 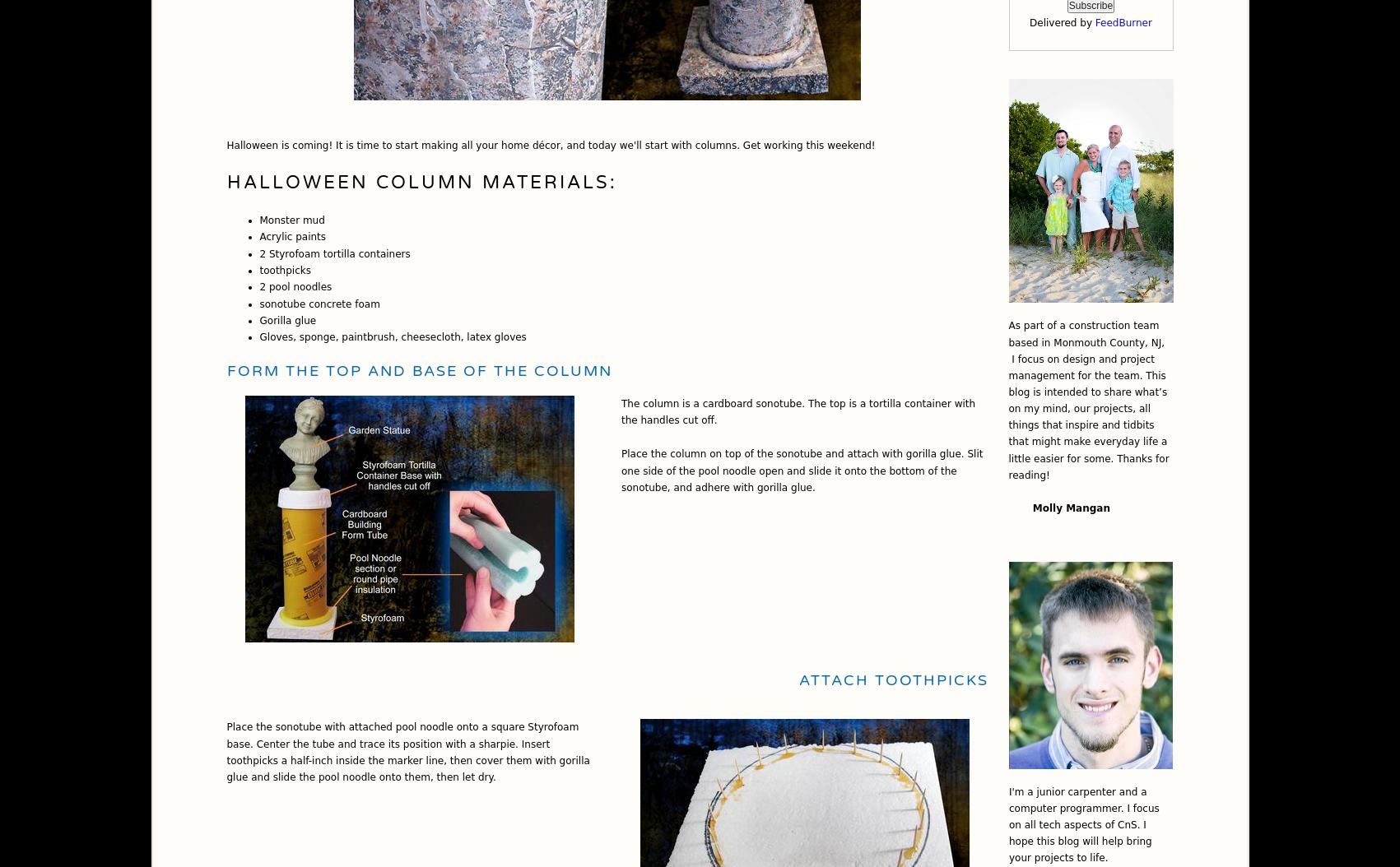 I want to click on 'I'm a junior carpenter and a computer programmer. I focus on all tech aspects of CnS. I hope this blog will help bring your projects to life.', so click(x=1009, y=823).